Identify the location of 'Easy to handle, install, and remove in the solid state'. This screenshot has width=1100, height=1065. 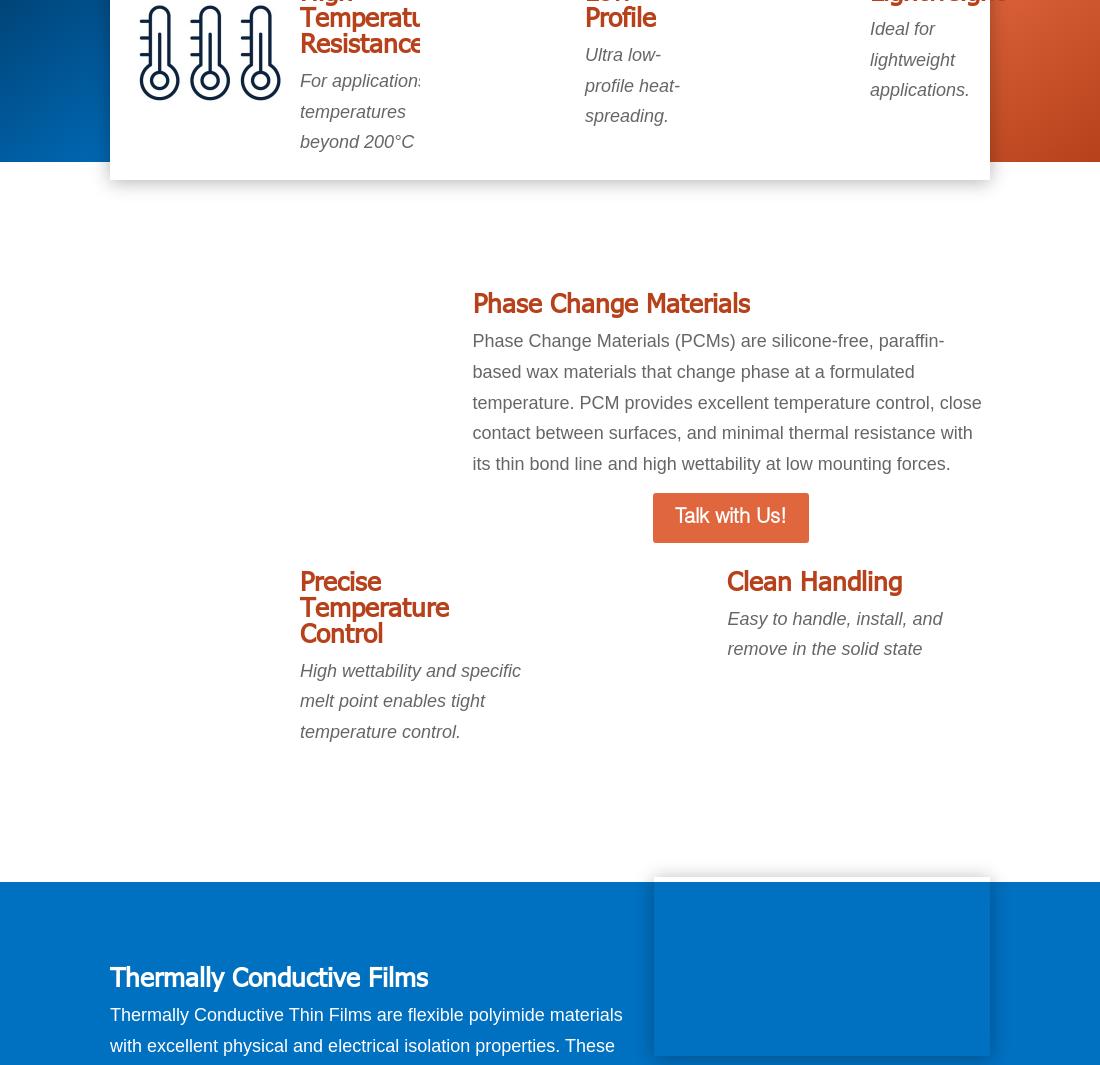
(833, 633).